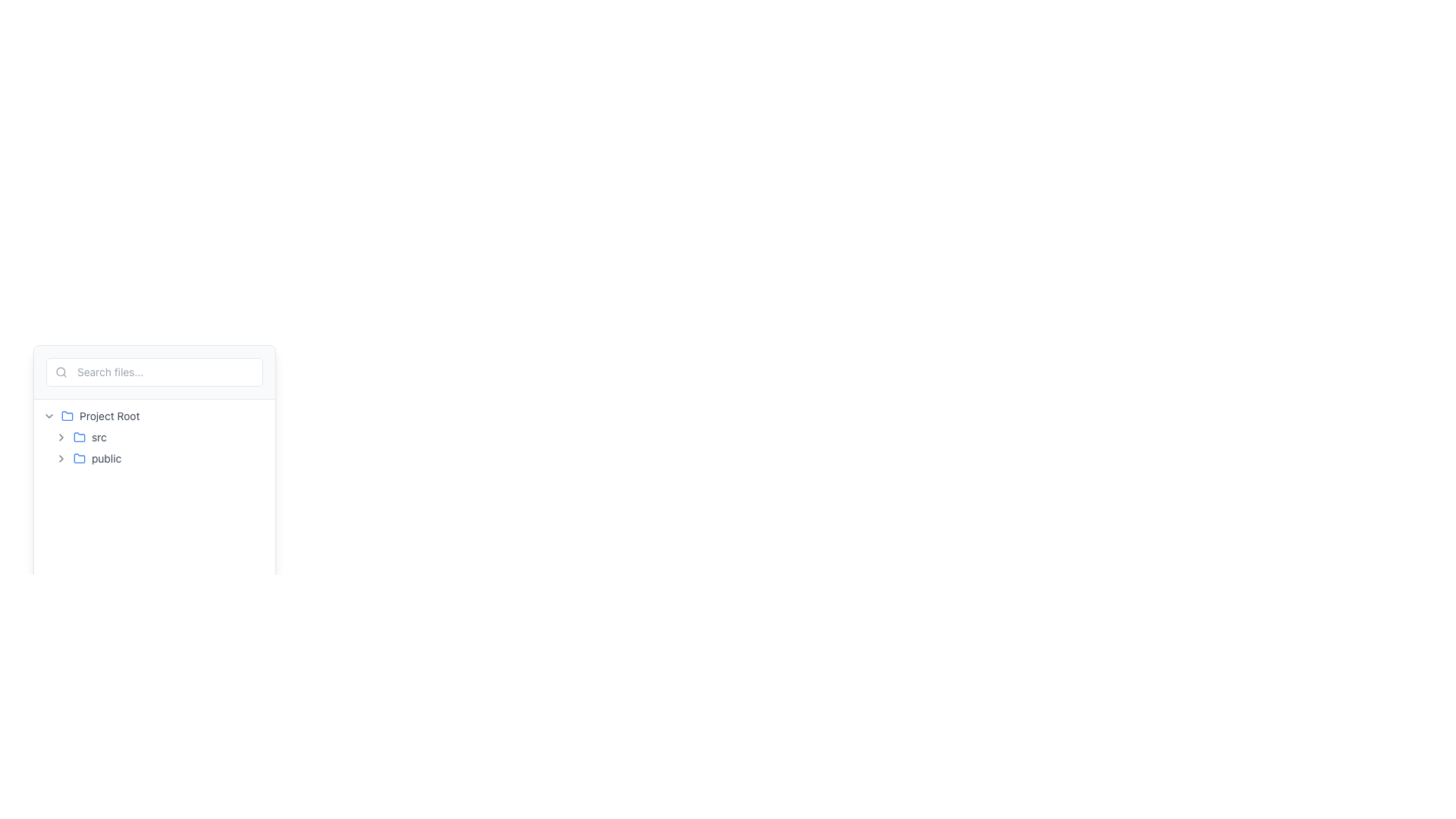  I want to click on the highlighted folder named 'src', so click(154, 438).